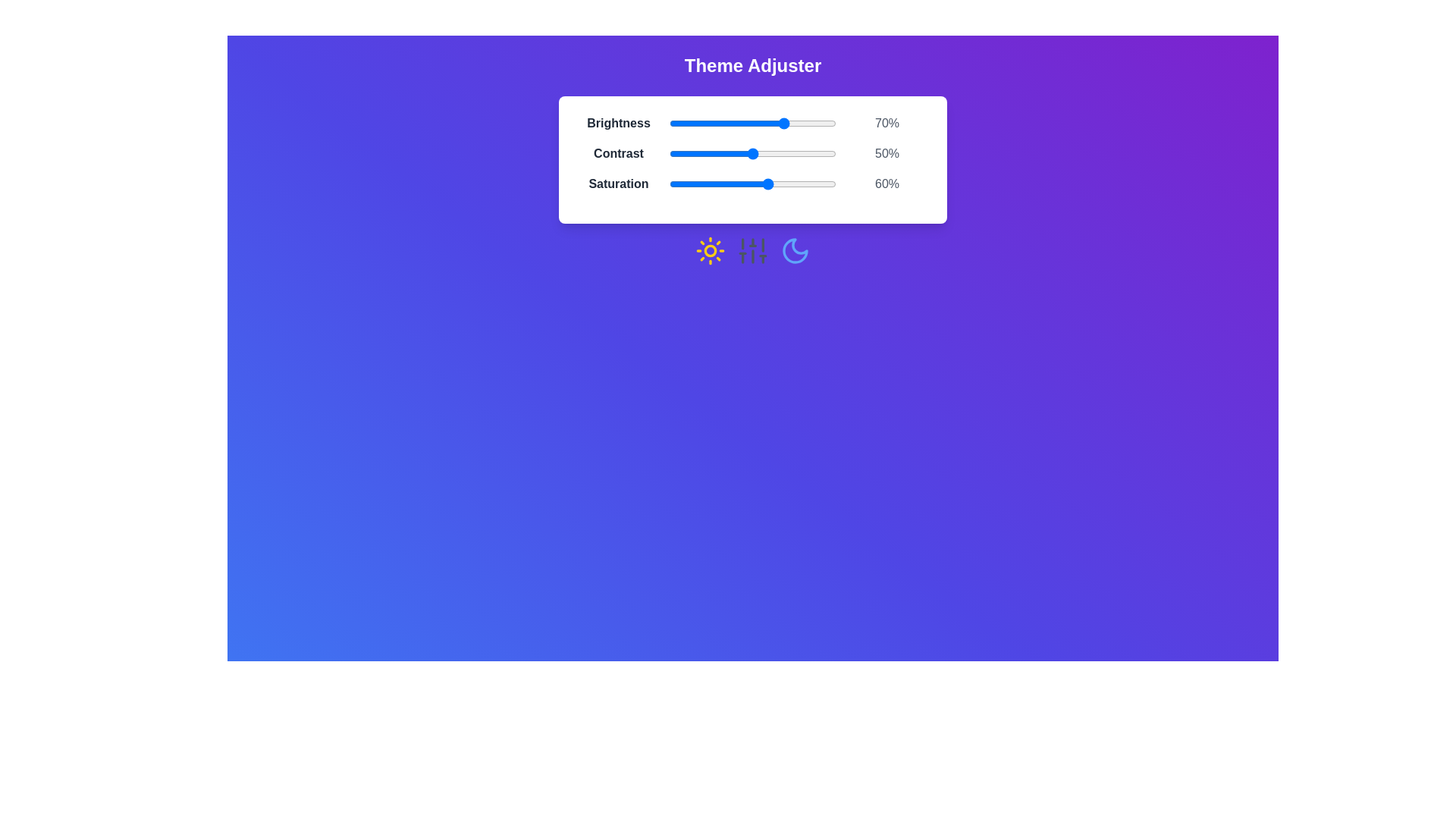  Describe the element at coordinates (746, 154) in the screenshot. I see `the 1 slider to 46%` at that location.